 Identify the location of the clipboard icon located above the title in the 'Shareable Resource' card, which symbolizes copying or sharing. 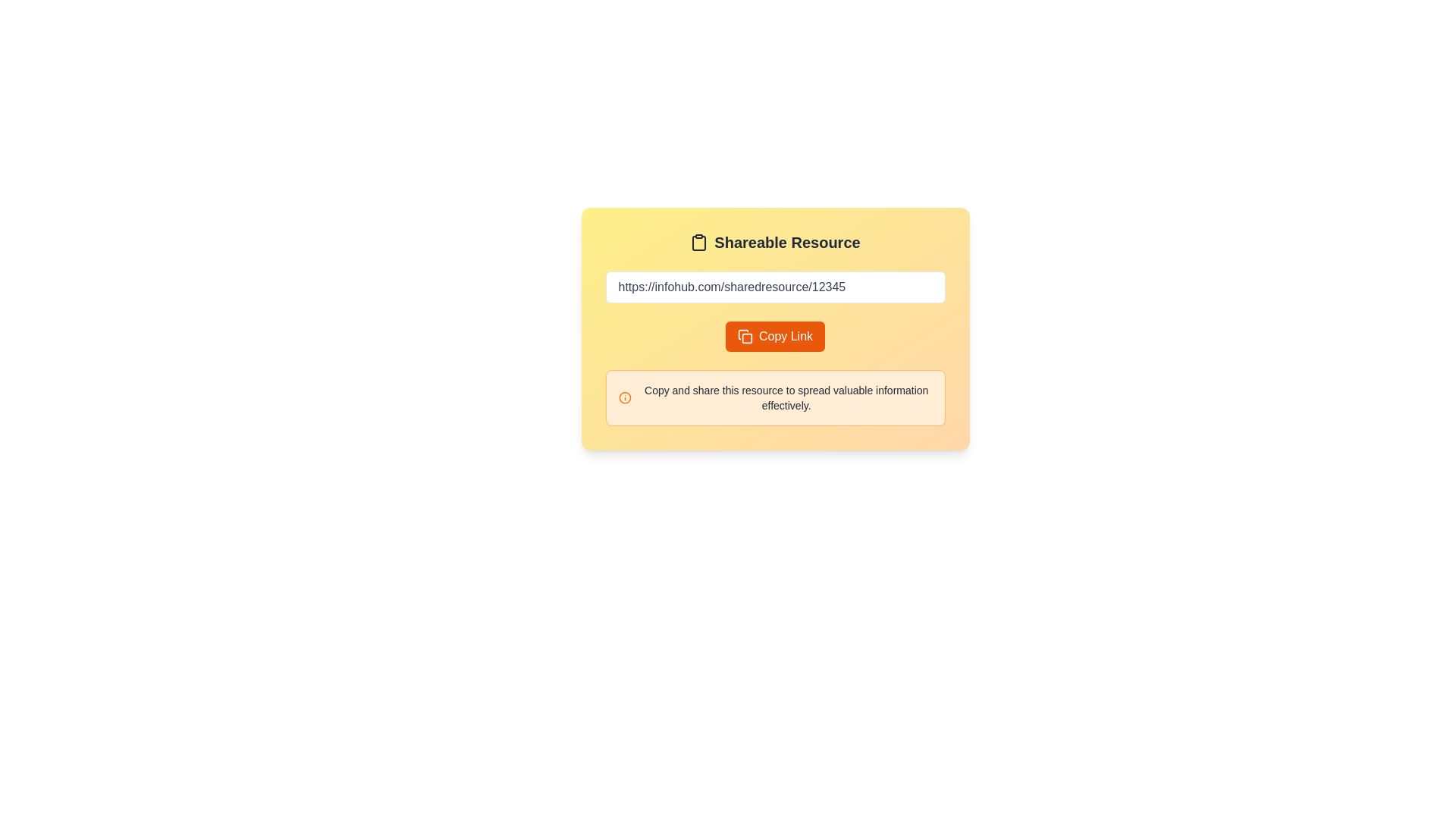
(698, 242).